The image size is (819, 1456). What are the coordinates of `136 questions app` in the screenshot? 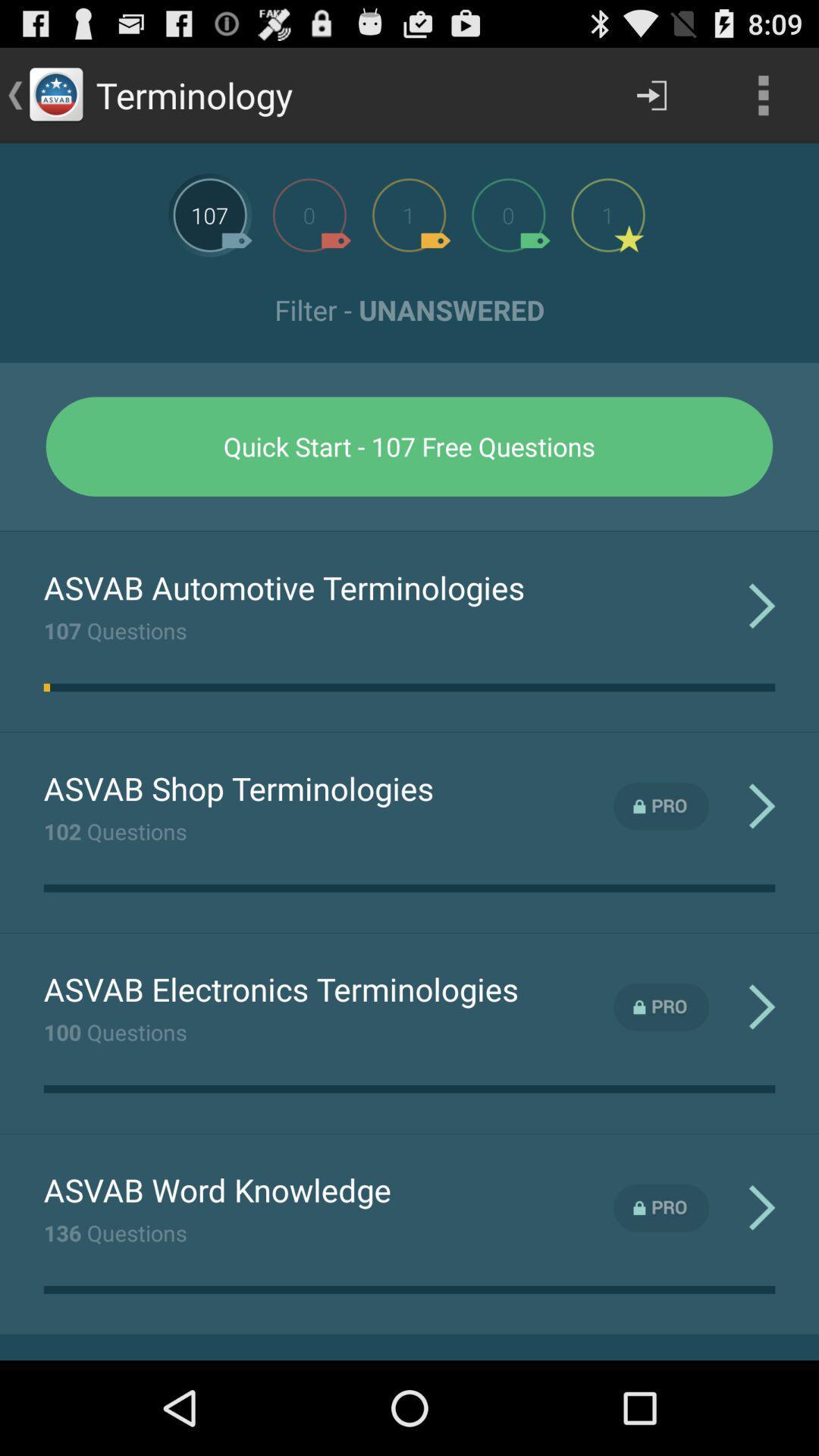 It's located at (115, 1232).